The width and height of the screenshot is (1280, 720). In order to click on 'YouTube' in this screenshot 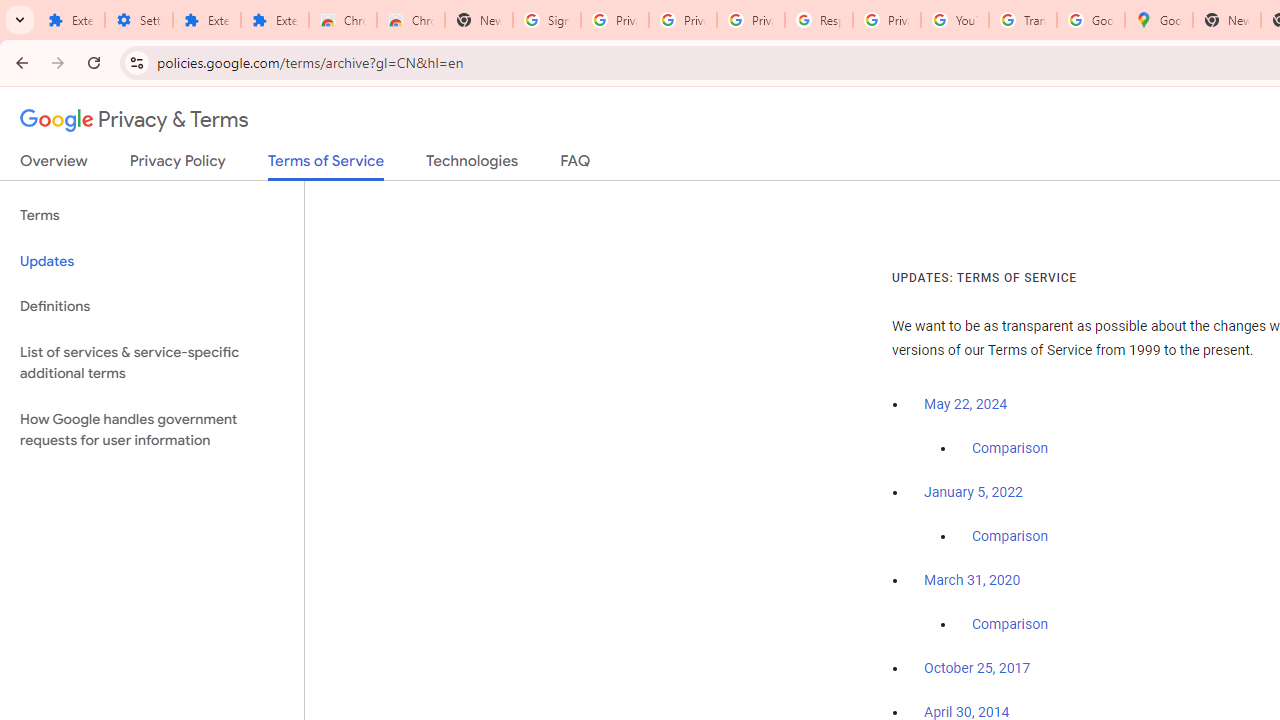, I will do `click(953, 20)`.